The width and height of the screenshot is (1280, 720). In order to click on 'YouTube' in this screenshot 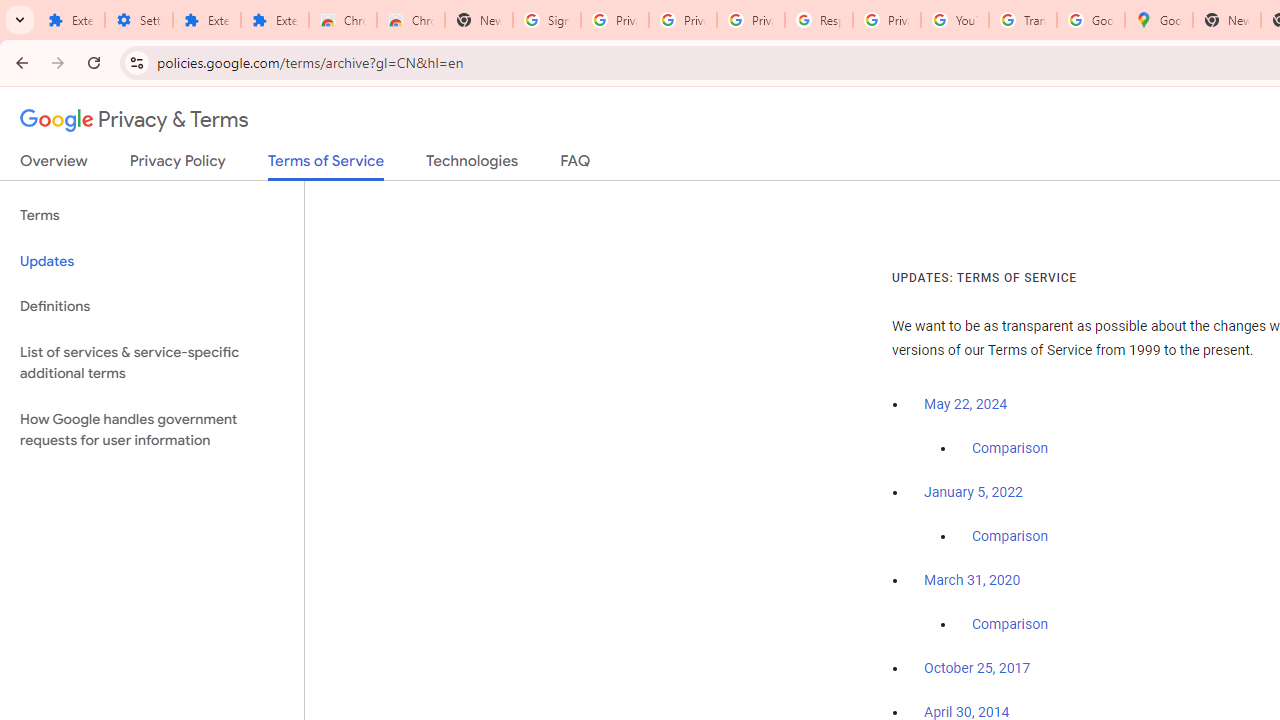, I will do `click(953, 20)`.